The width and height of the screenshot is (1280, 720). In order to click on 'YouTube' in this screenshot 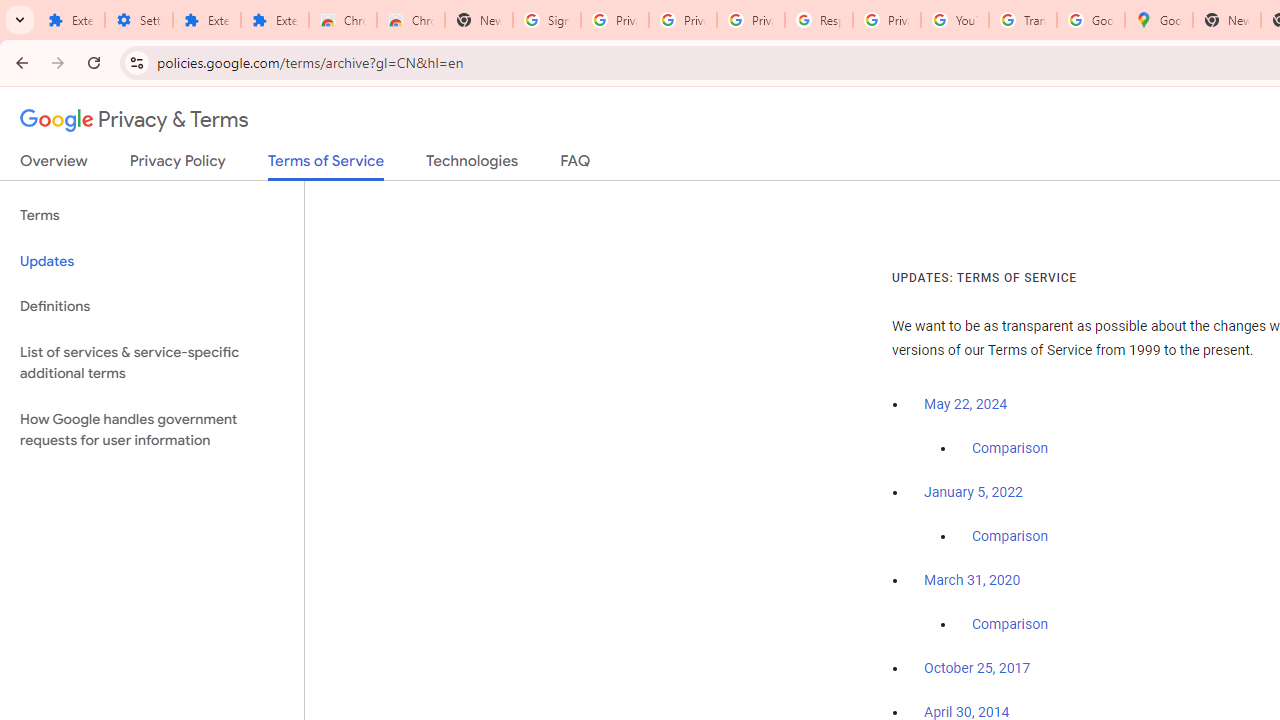, I will do `click(953, 20)`.